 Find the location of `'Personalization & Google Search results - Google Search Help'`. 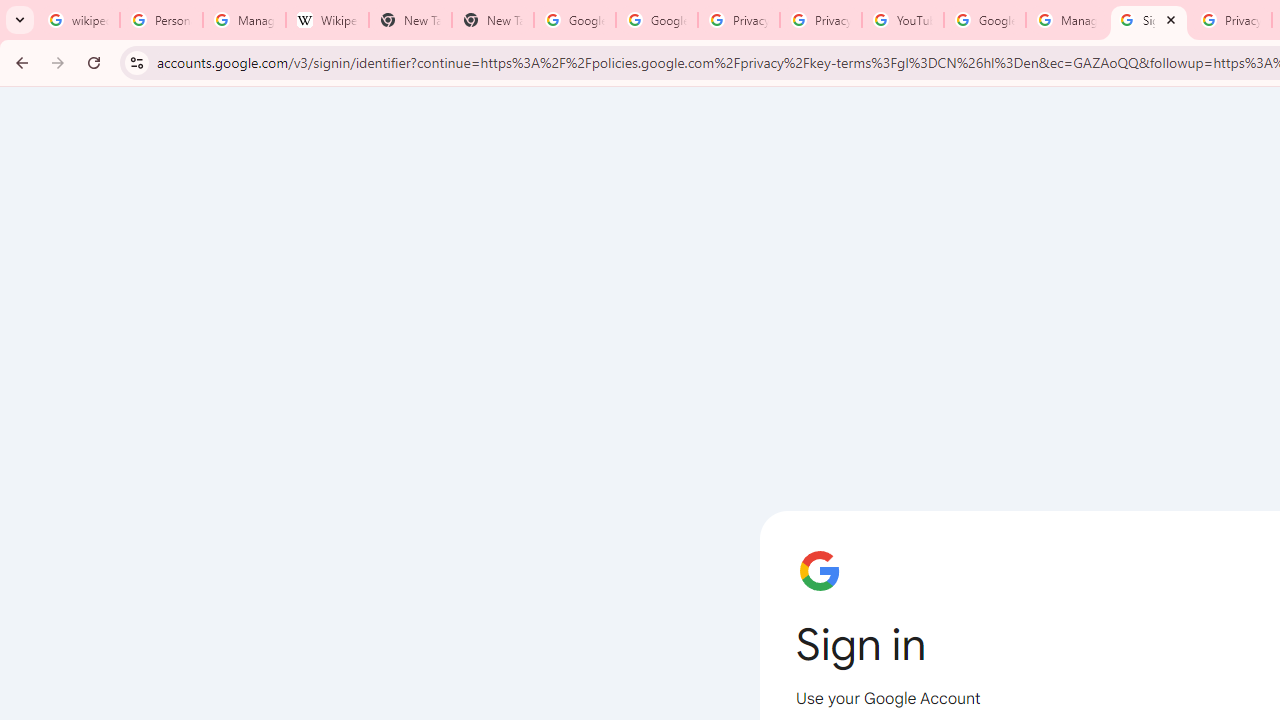

'Personalization & Google Search results - Google Search Help' is located at coordinates (161, 20).